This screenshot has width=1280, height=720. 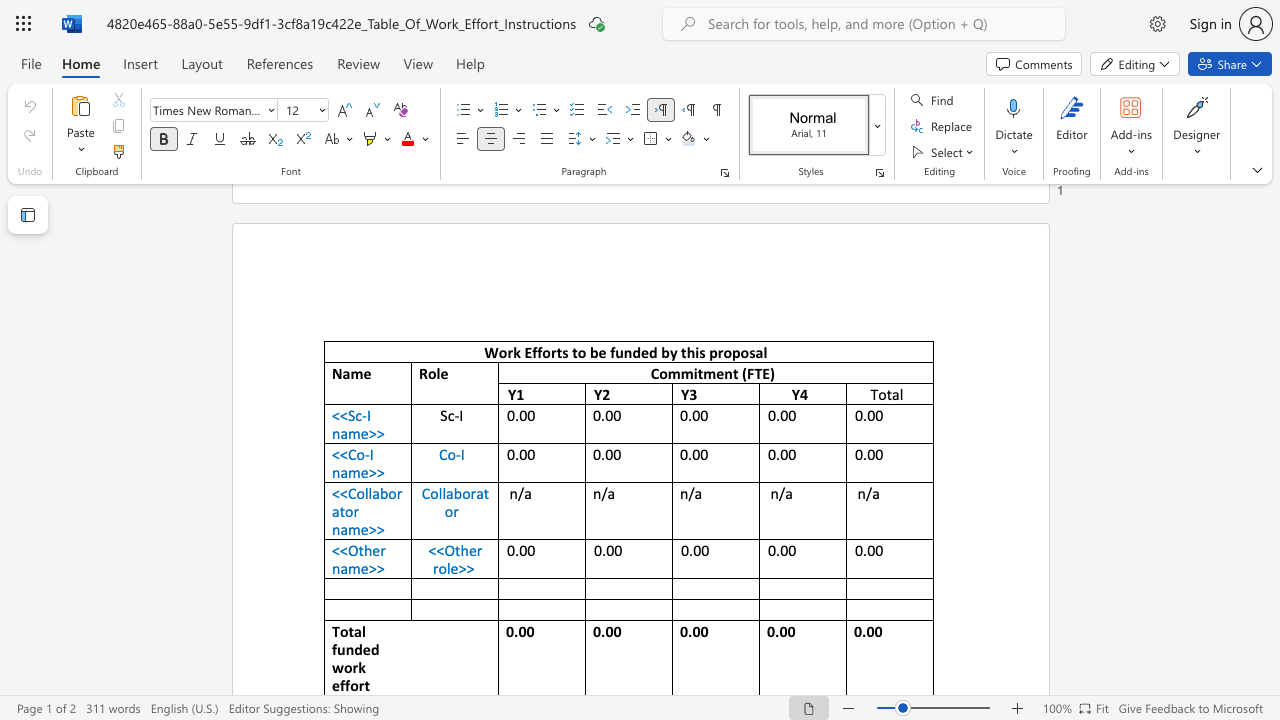 What do you see at coordinates (370, 649) in the screenshot?
I see `the subset text "d work effor" within the text "Total funded work effort"` at bounding box center [370, 649].